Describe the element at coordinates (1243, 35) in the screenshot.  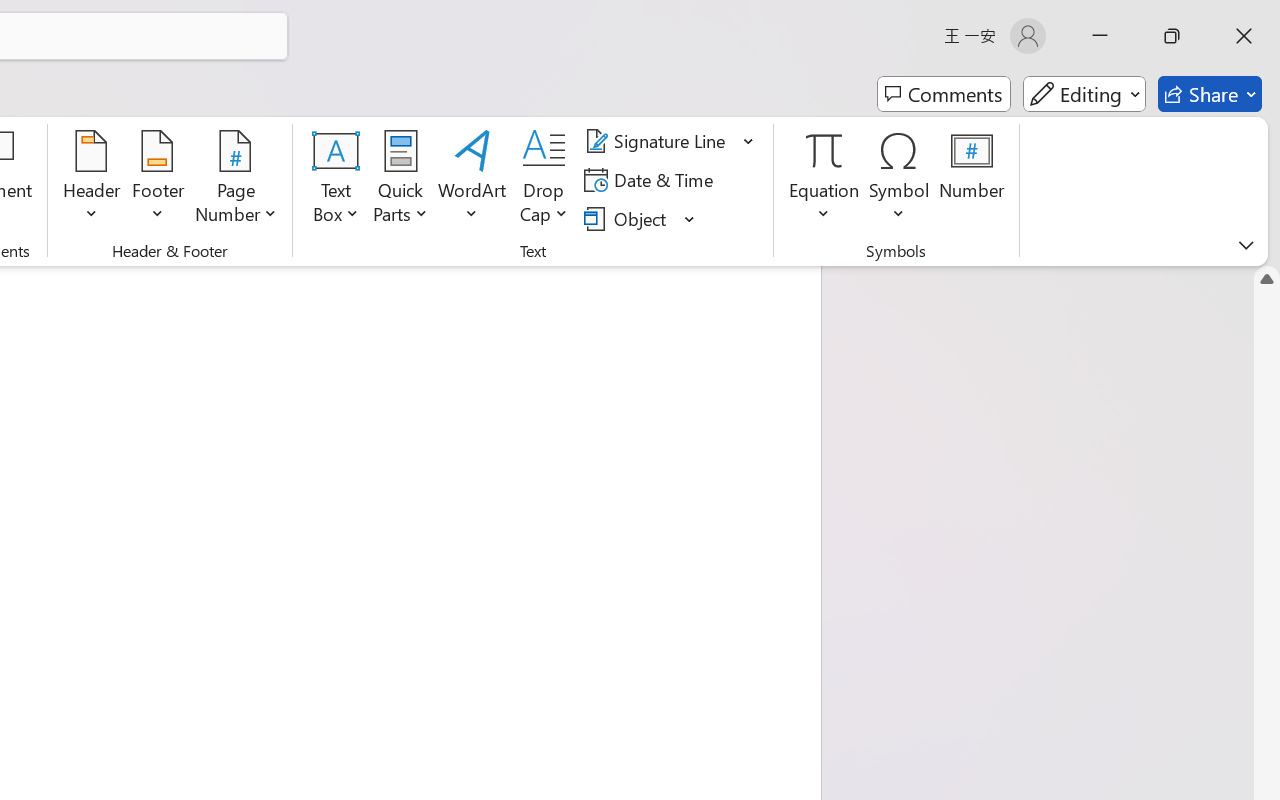
I see `'Close'` at that location.